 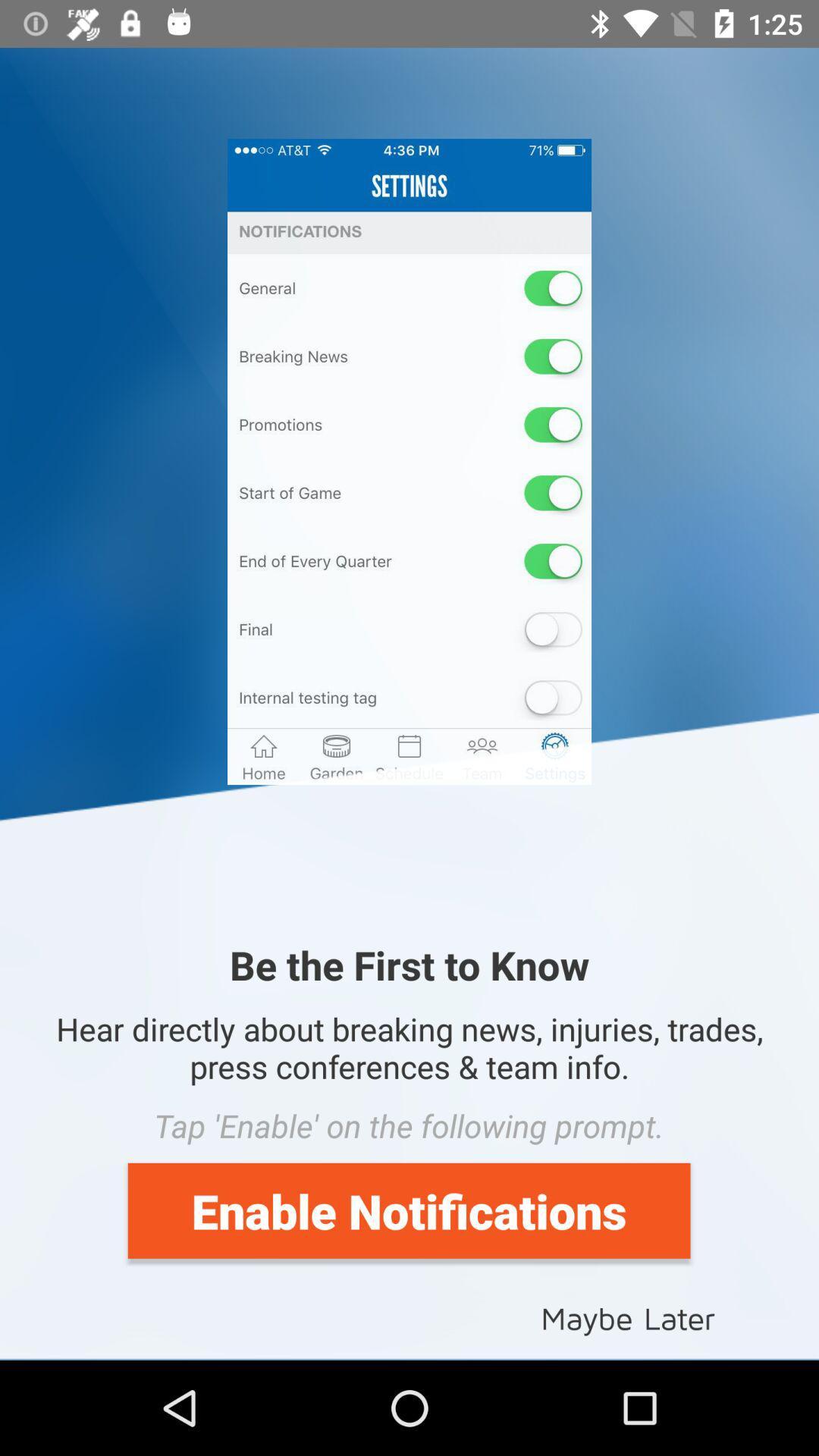 What do you see at coordinates (408, 1210) in the screenshot?
I see `the enable notifications icon` at bounding box center [408, 1210].